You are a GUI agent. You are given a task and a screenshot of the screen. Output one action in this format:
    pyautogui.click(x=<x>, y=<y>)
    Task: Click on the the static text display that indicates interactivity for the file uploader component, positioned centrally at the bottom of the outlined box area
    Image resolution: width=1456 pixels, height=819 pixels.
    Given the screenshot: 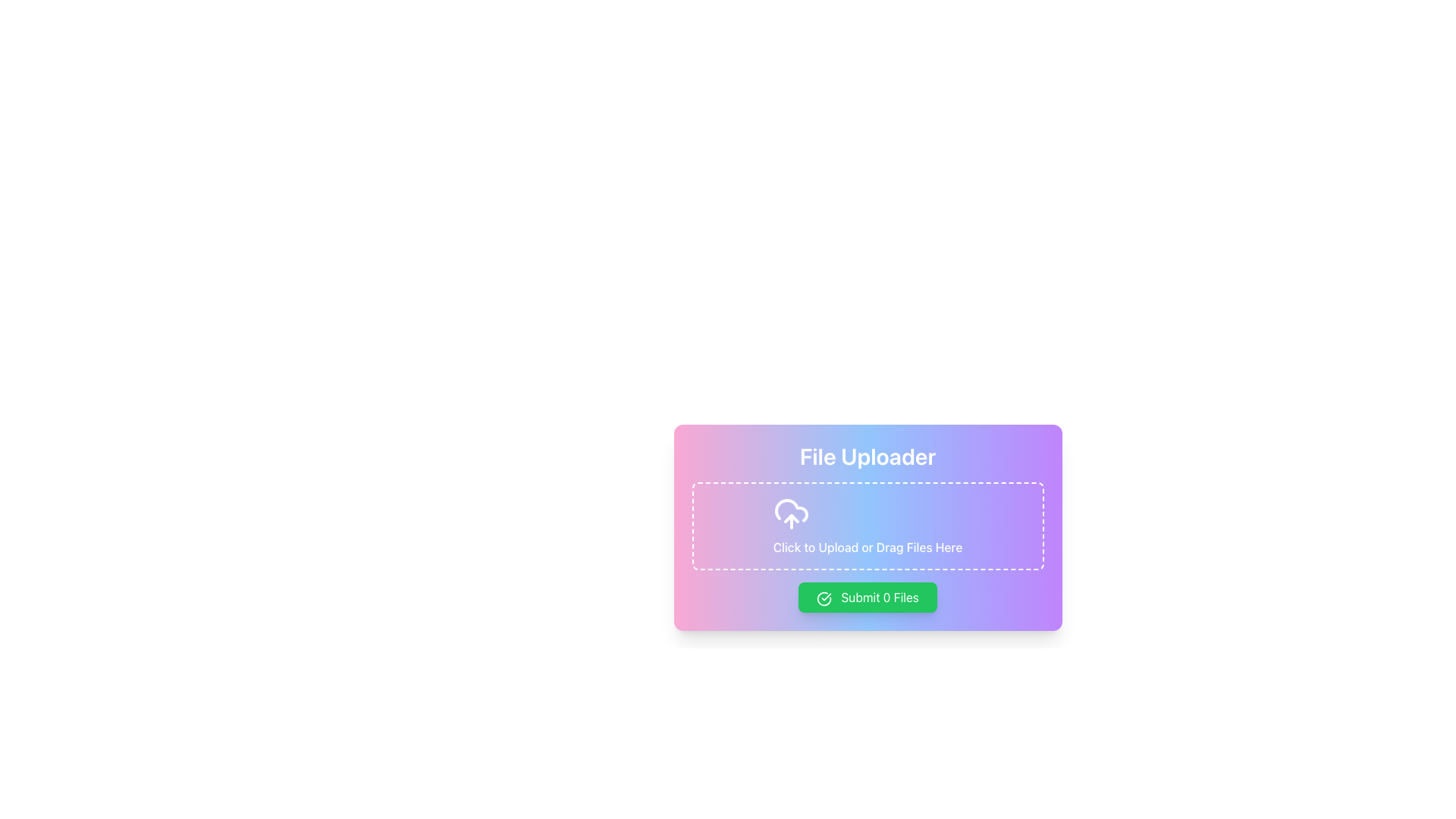 What is the action you would take?
    pyautogui.click(x=868, y=547)
    